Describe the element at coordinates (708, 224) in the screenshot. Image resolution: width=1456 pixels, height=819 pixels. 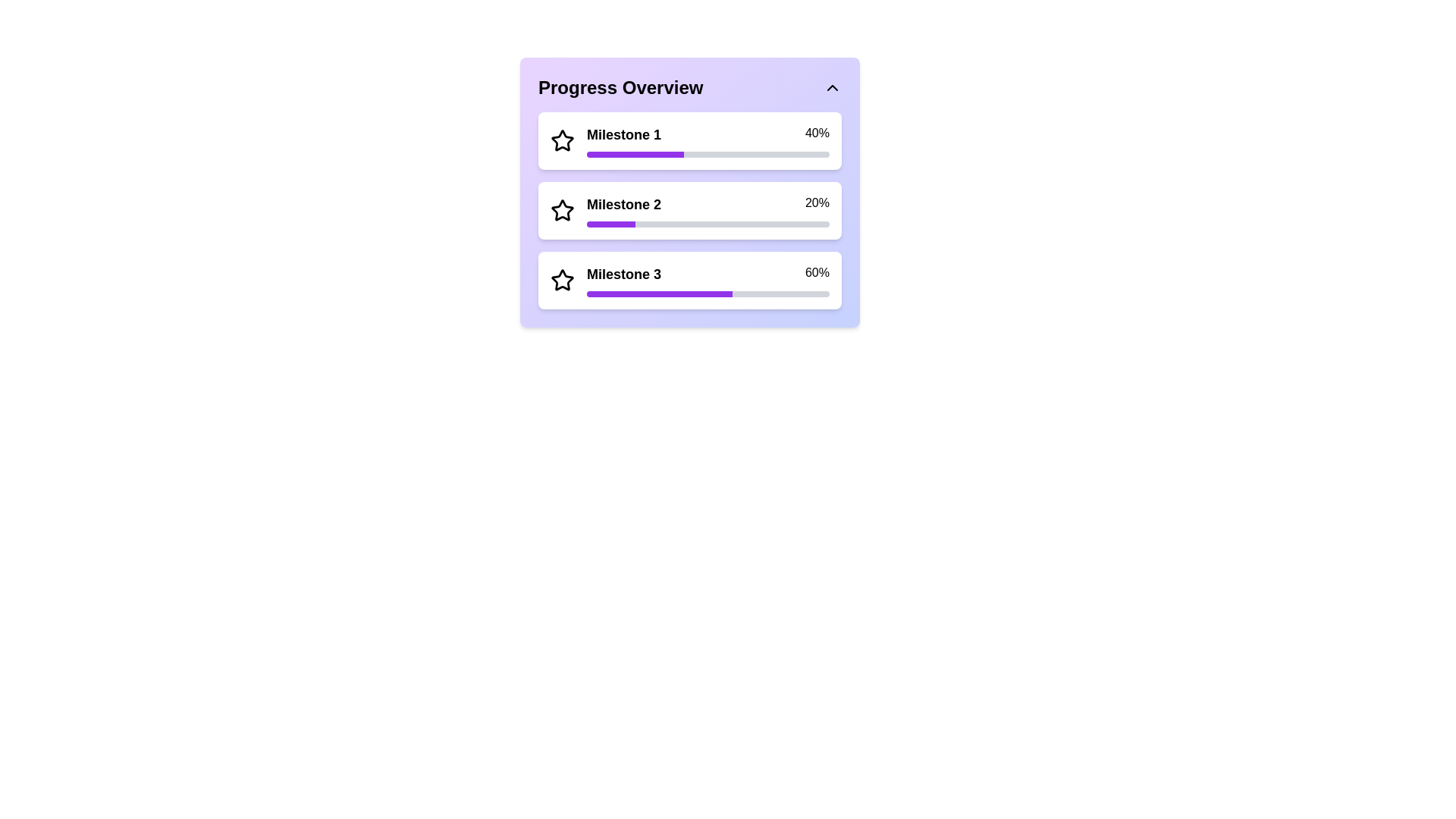
I see `the Progress bar that indicates 20% completion, located under 'Milestone 2' in the middle card of the progress overview` at that location.